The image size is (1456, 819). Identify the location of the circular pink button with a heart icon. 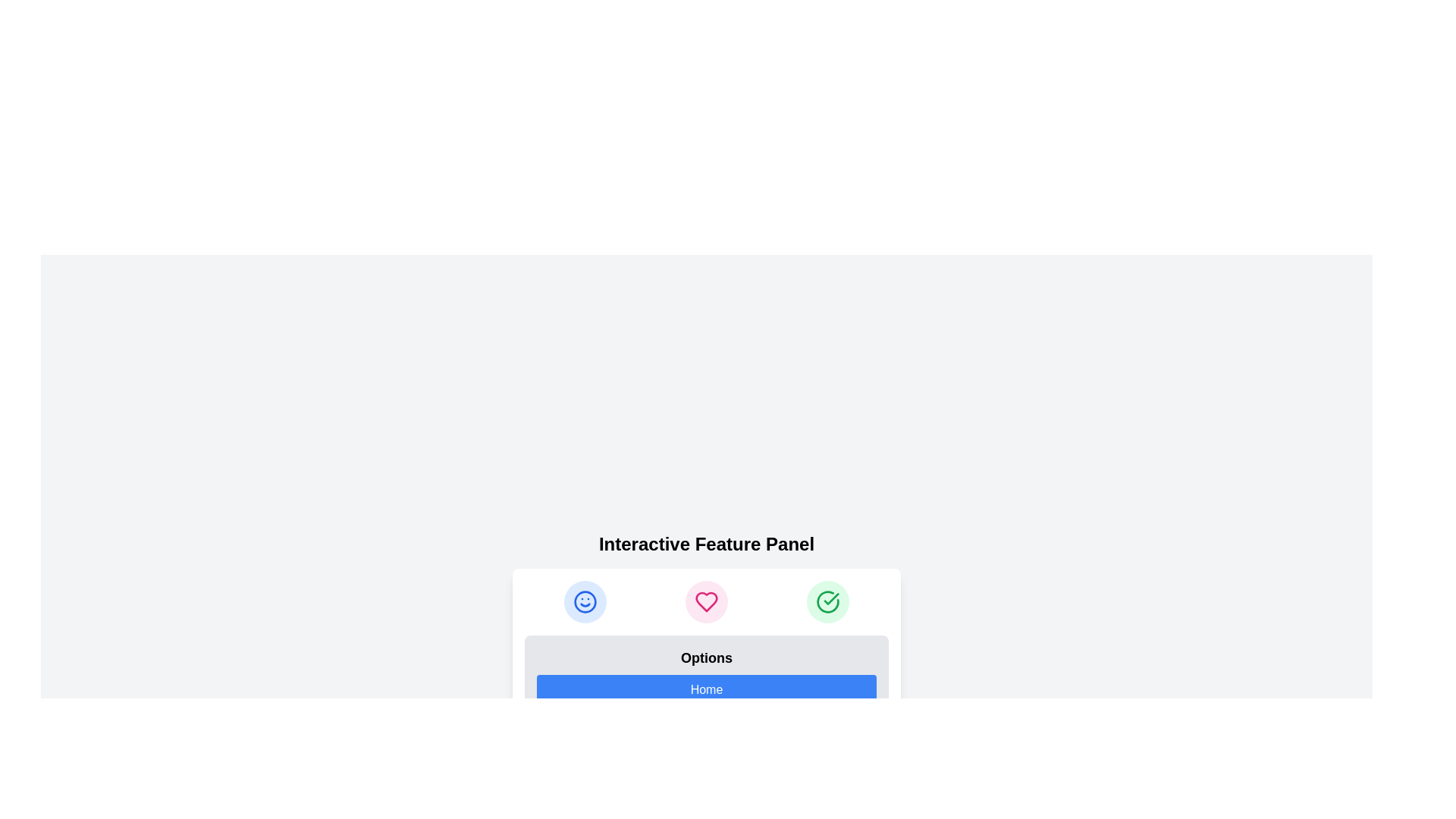
(705, 601).